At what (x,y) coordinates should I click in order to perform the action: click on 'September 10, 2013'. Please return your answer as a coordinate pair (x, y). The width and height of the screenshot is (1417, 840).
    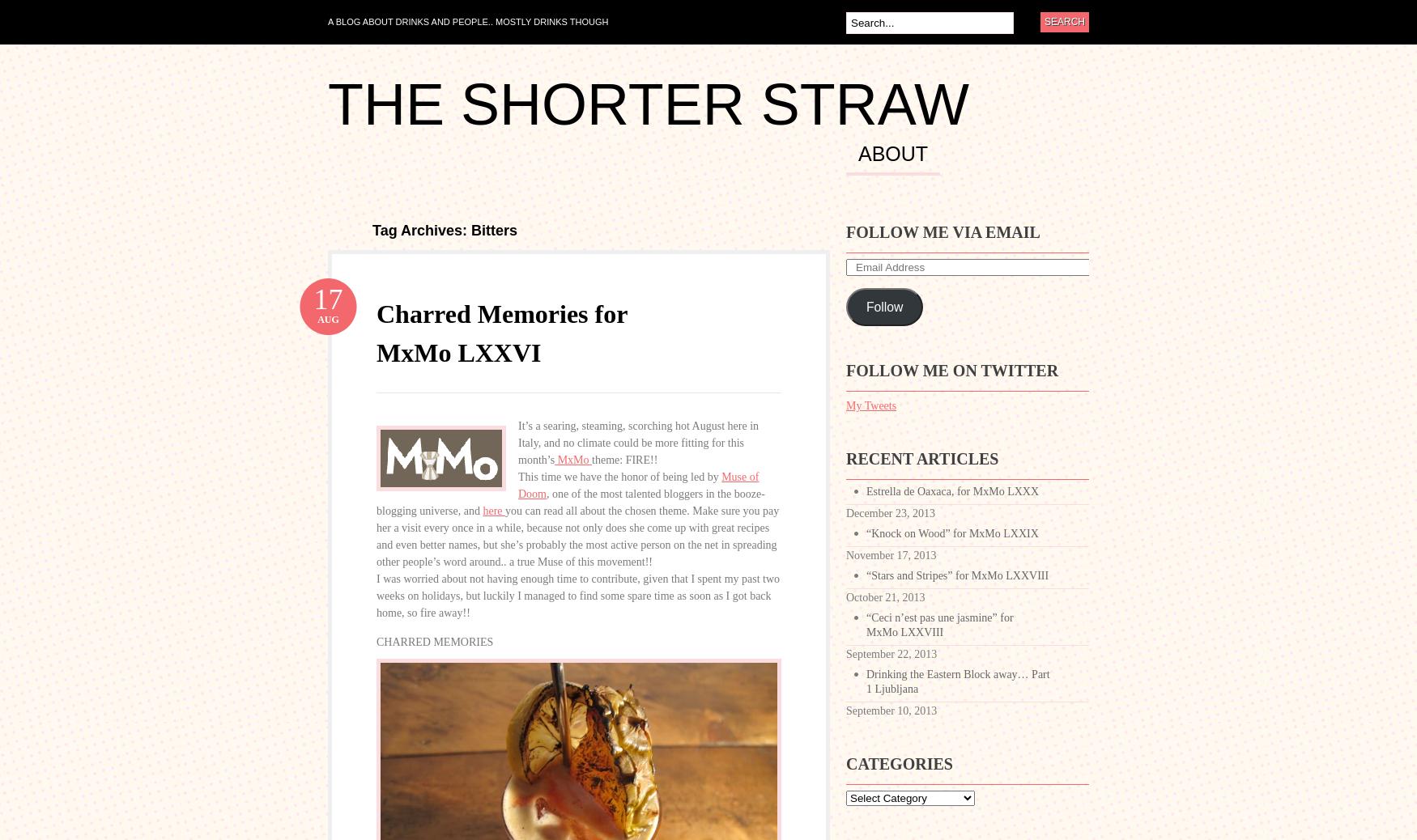
    Looking at the image, I should click on (891, 711).